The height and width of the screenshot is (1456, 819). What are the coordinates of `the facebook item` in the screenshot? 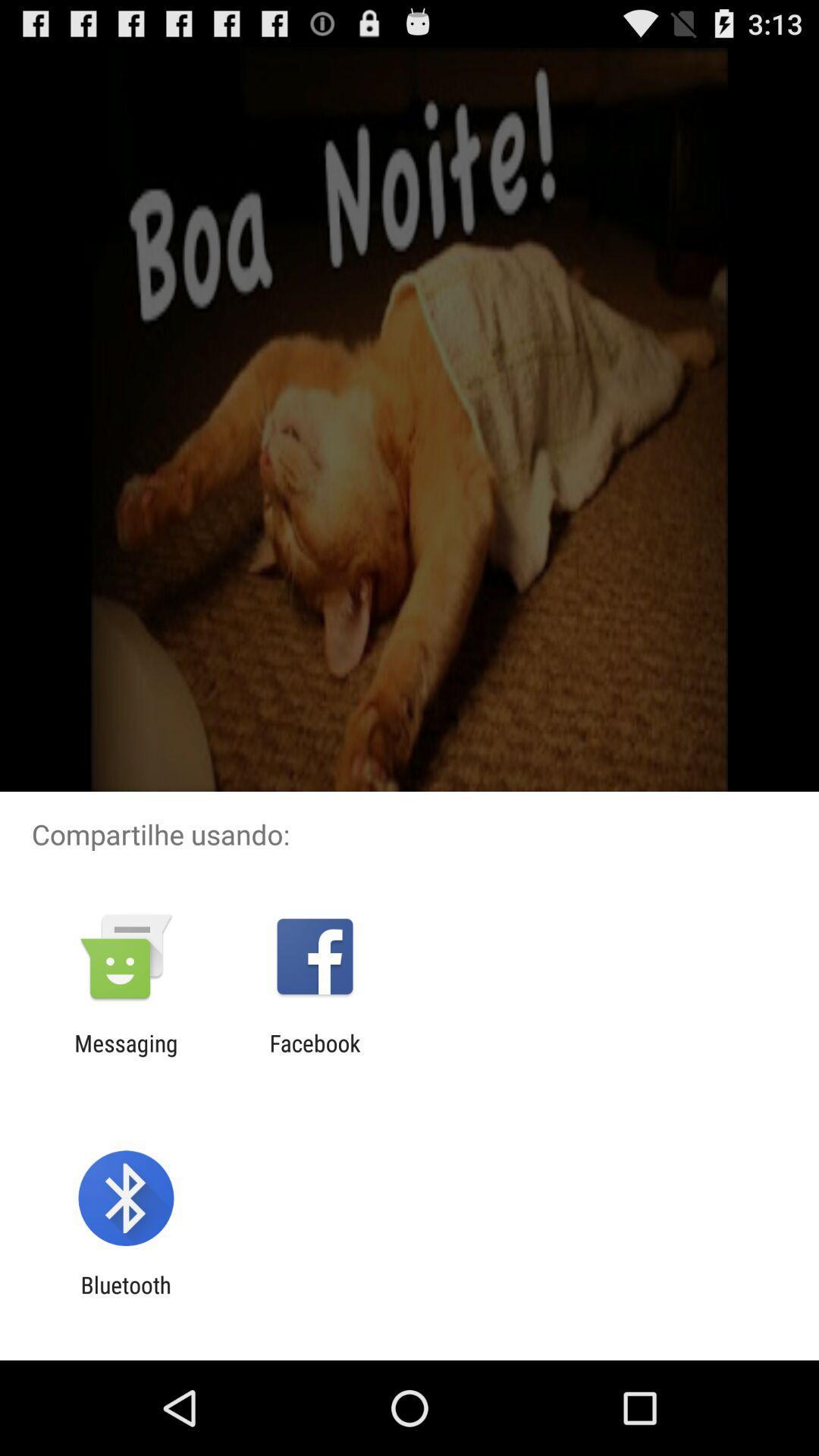 It's located at (314, 1056).